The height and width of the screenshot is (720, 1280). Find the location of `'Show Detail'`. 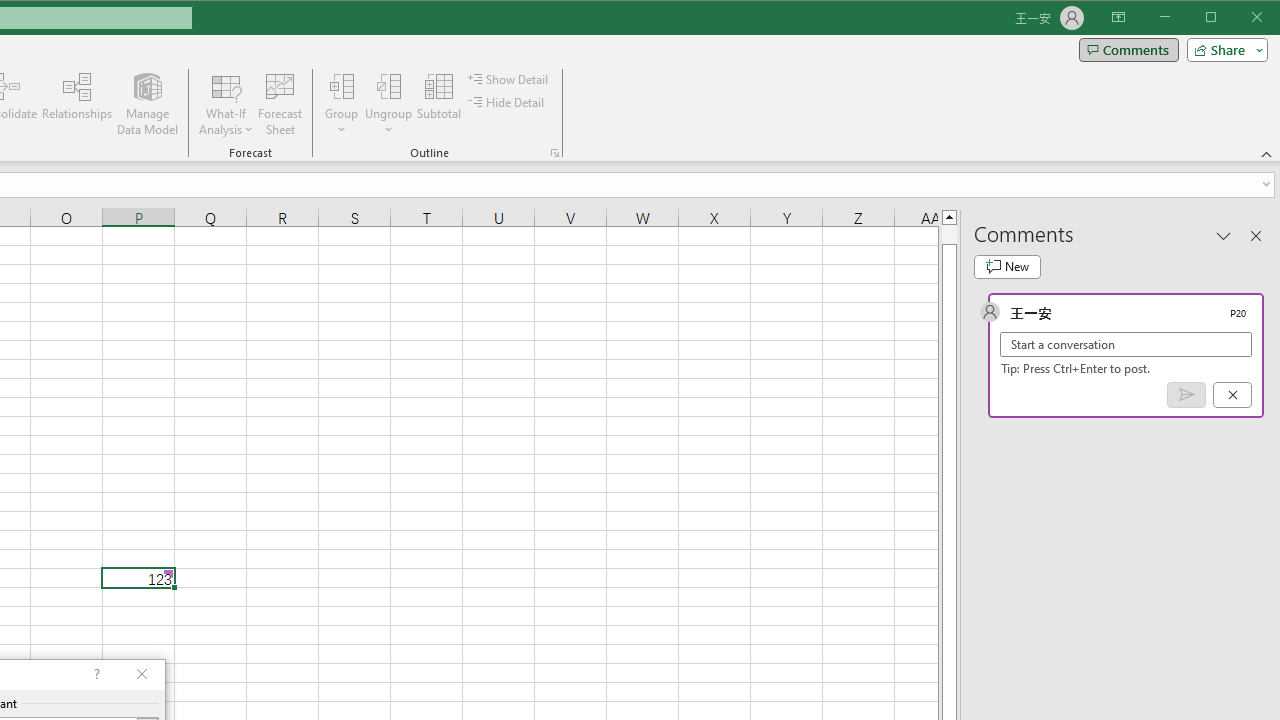

'Show Detail' is located at coordinates (509, 78).